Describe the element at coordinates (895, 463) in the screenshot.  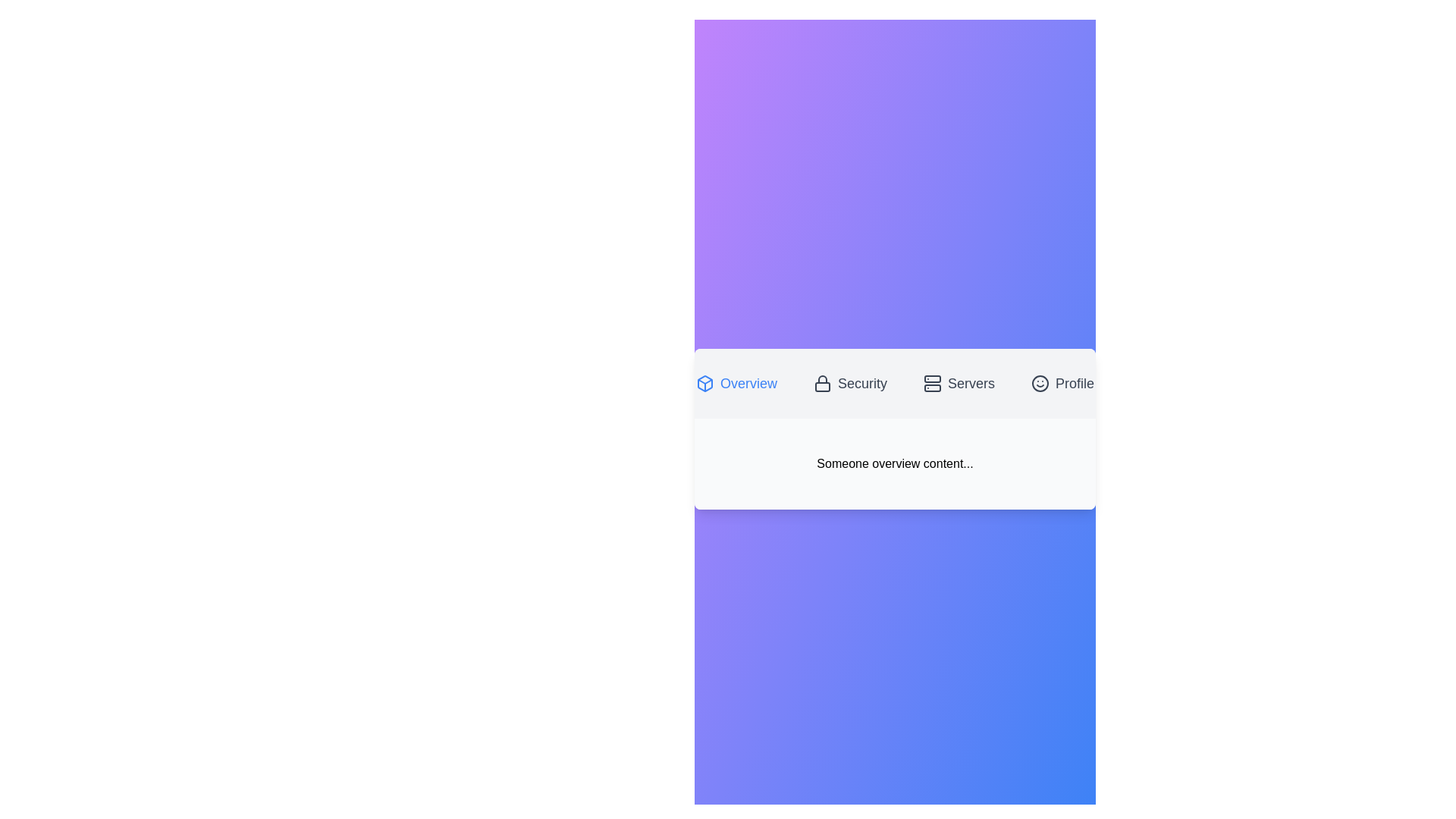
I see `the text display containing 'Someone overview content...' which is positioned below the navigation bar and has a white background` at that location.